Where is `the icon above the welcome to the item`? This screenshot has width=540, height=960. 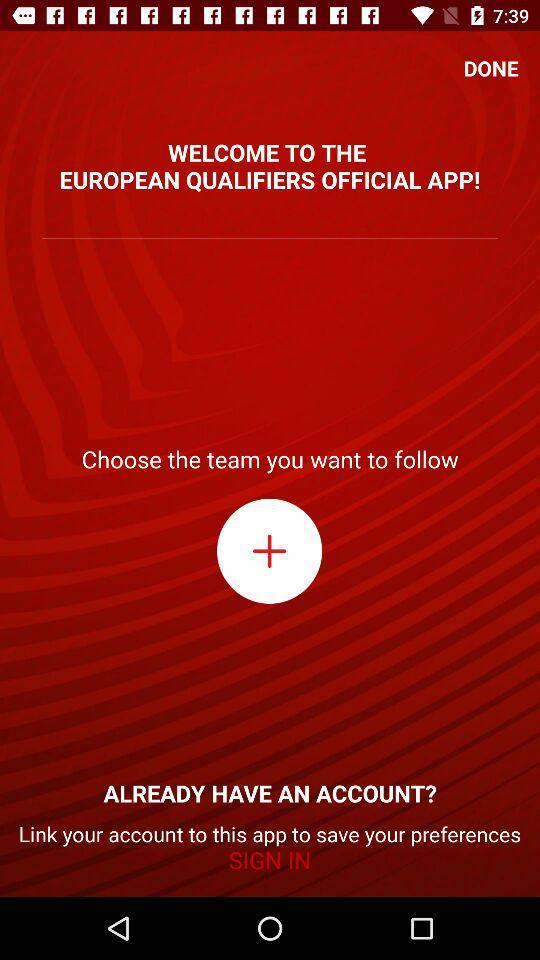
the icon above the welcome to the item is located at coordinates (490, 68).